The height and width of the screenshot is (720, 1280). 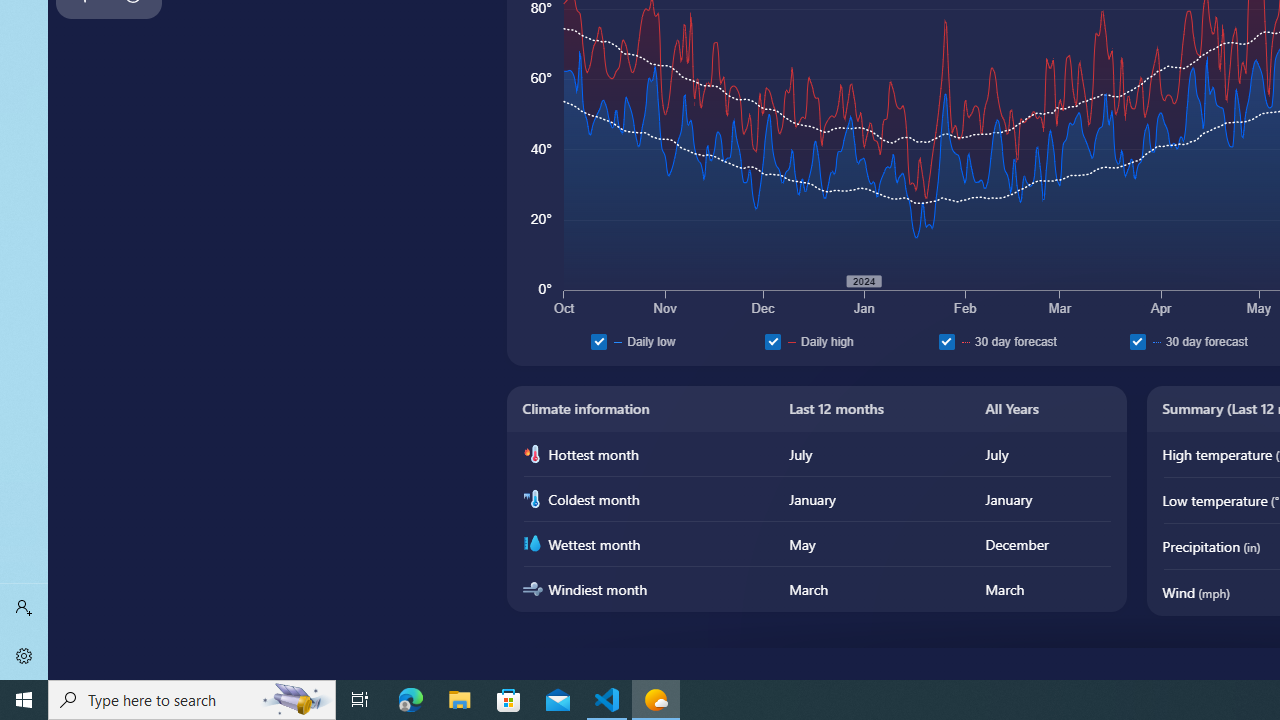 What do you see at coordinates (509, 698) in the screenshot?
I see `'Microsoft Store'` at bounding box center [509, 698].